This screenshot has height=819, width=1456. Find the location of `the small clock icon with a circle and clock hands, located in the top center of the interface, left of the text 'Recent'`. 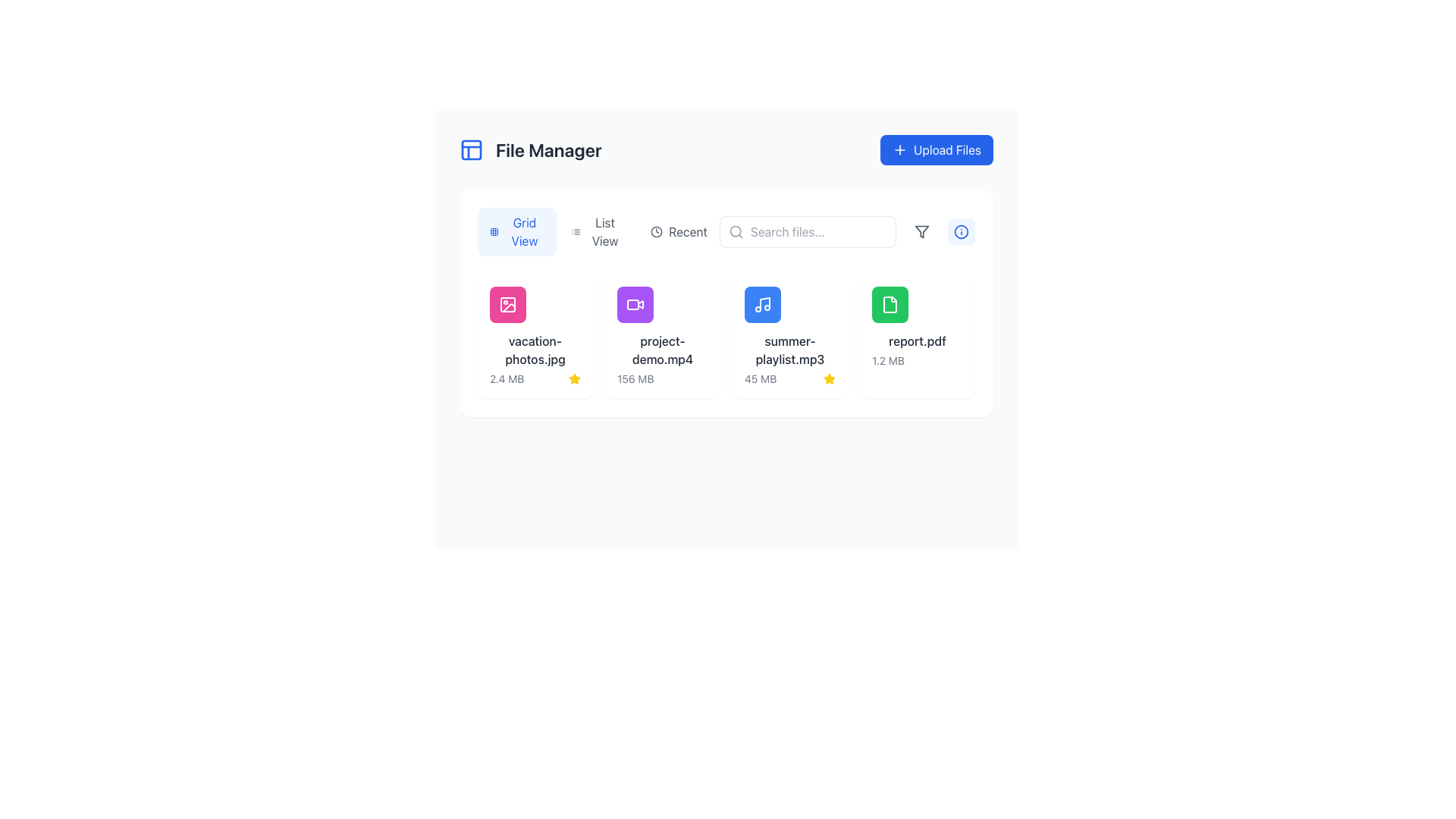

the small clock icon with a circle and clock hands, located in the top center of the interface, left of the text 'Recent' is located at coordinates (657, 231).